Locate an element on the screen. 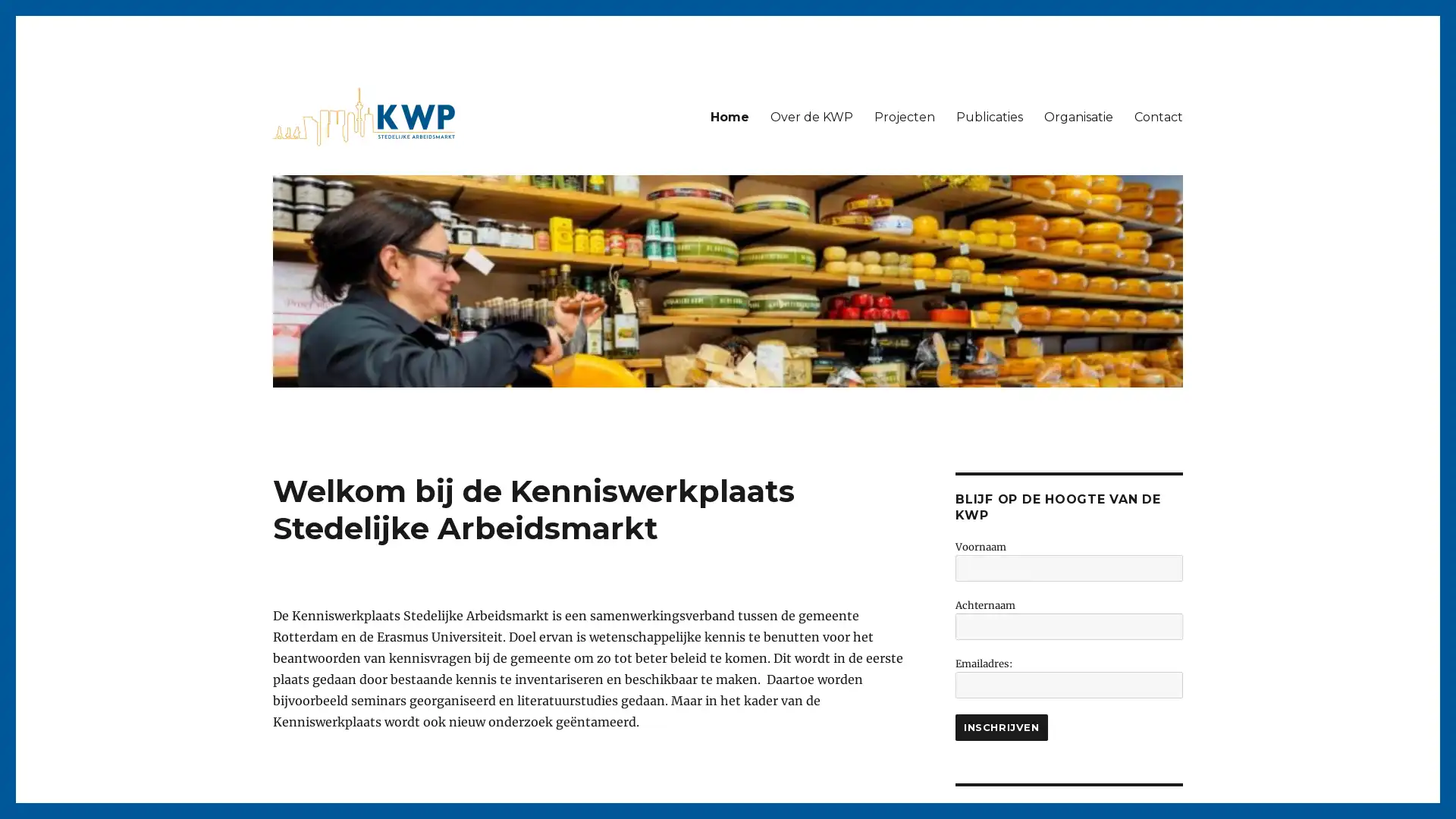 This screenshot has height=819, width=1456. Inschrijven is located at coordinates (1001, 726).